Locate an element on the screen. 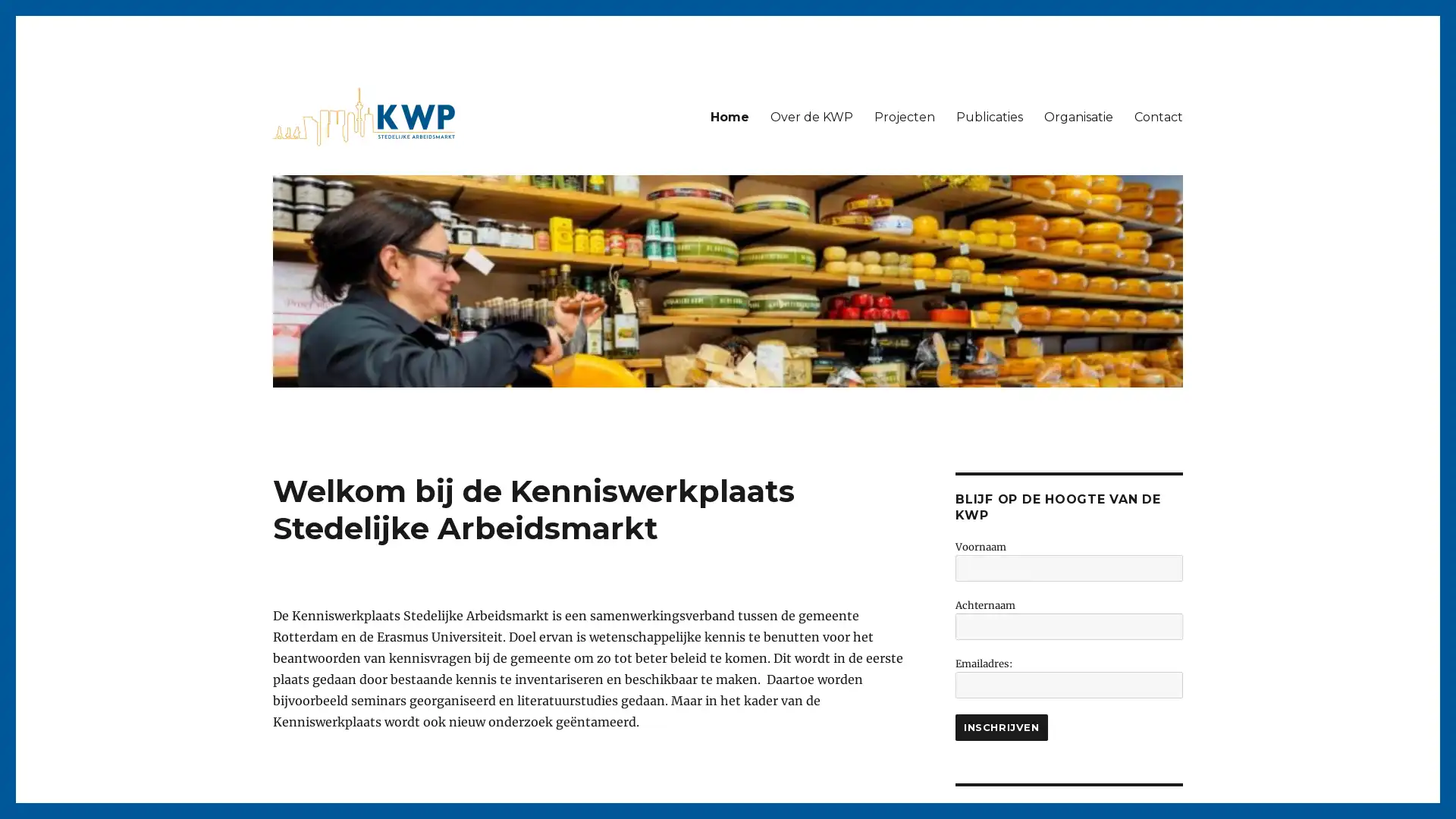 This screenshot has height=819, width=1456. Inschrijven is located at coordinates (1001, 726).